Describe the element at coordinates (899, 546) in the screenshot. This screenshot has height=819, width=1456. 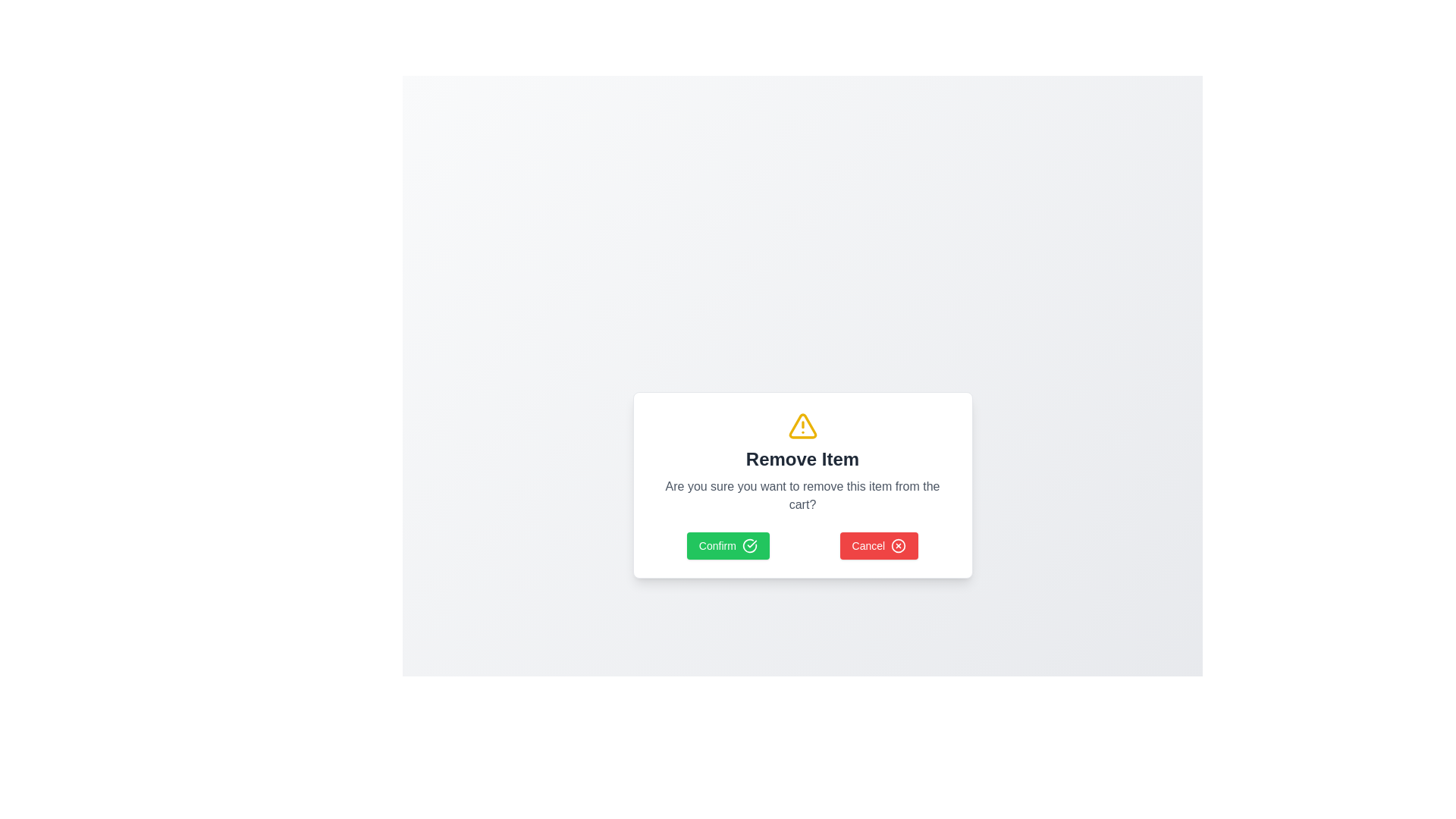
I see `the circular graphical element that denotes the 'Cancel' action located inside the red-bordered button in the bottom-right section of the notification interface` at that location.